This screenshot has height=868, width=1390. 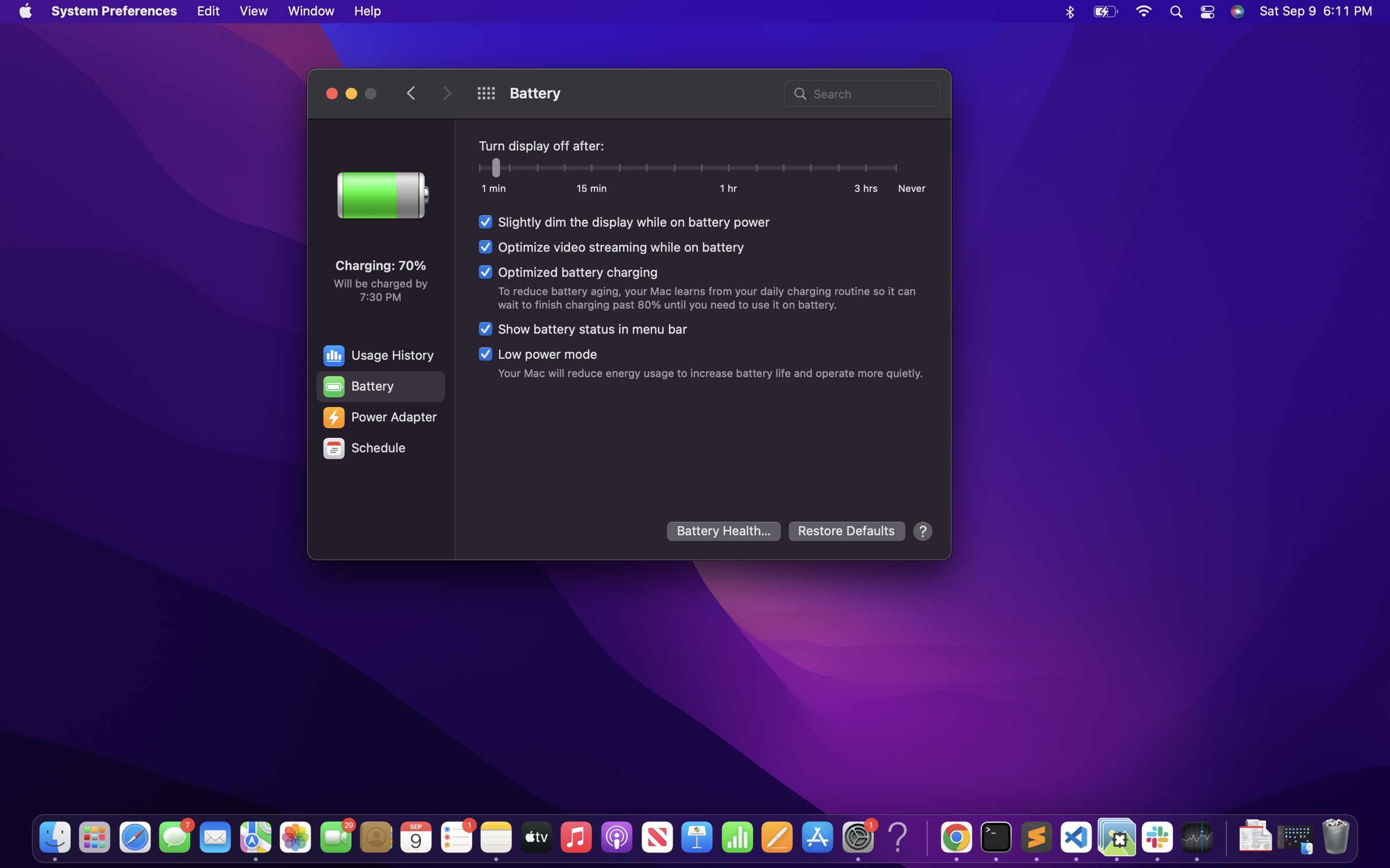 What do you see at coordinates (860, 92) in the screenshot?
I see `Input "power adapter" into the search bar and hit enter` at bounding box center [860, 92].